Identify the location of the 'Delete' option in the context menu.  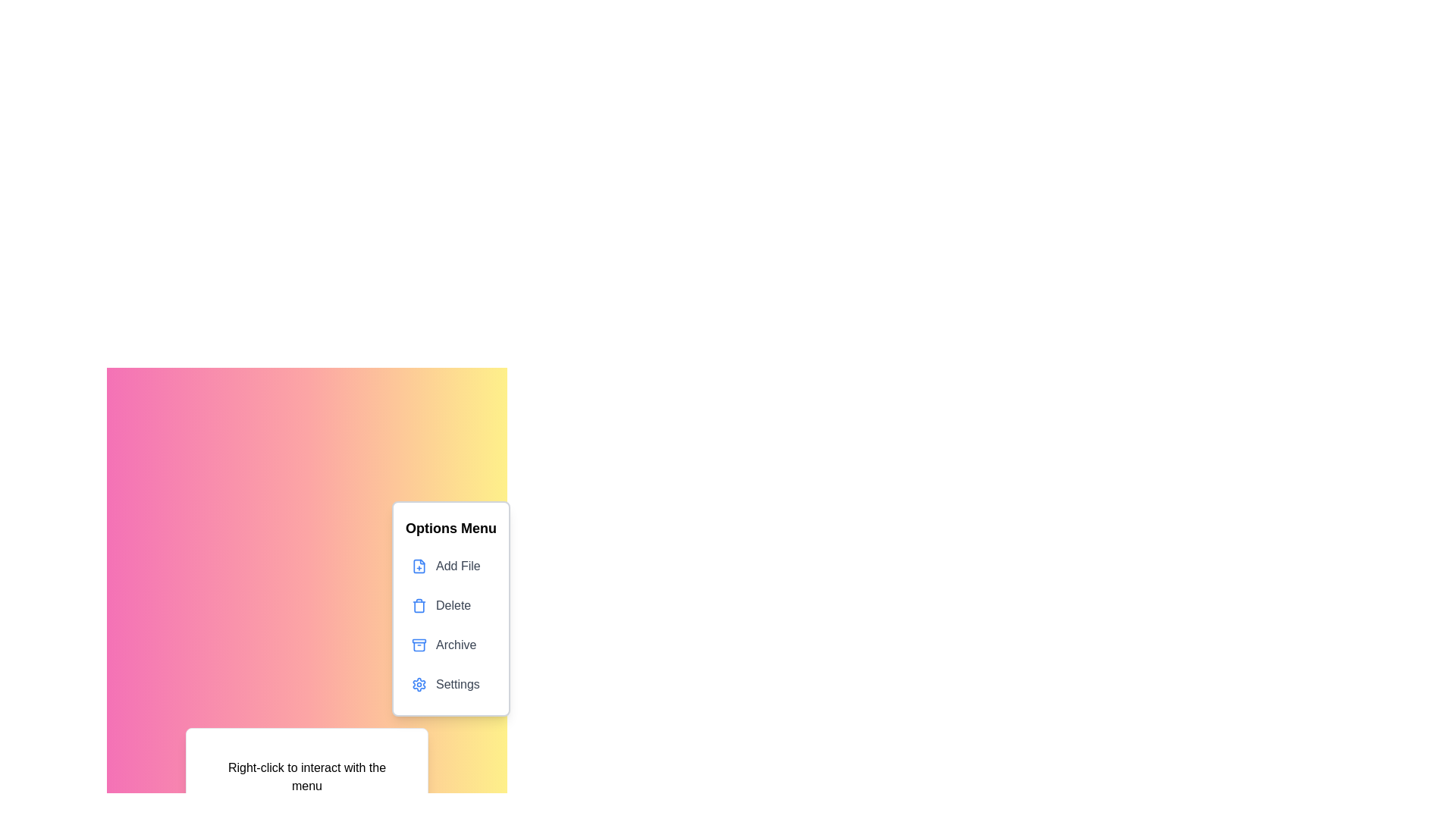
(450, 604).